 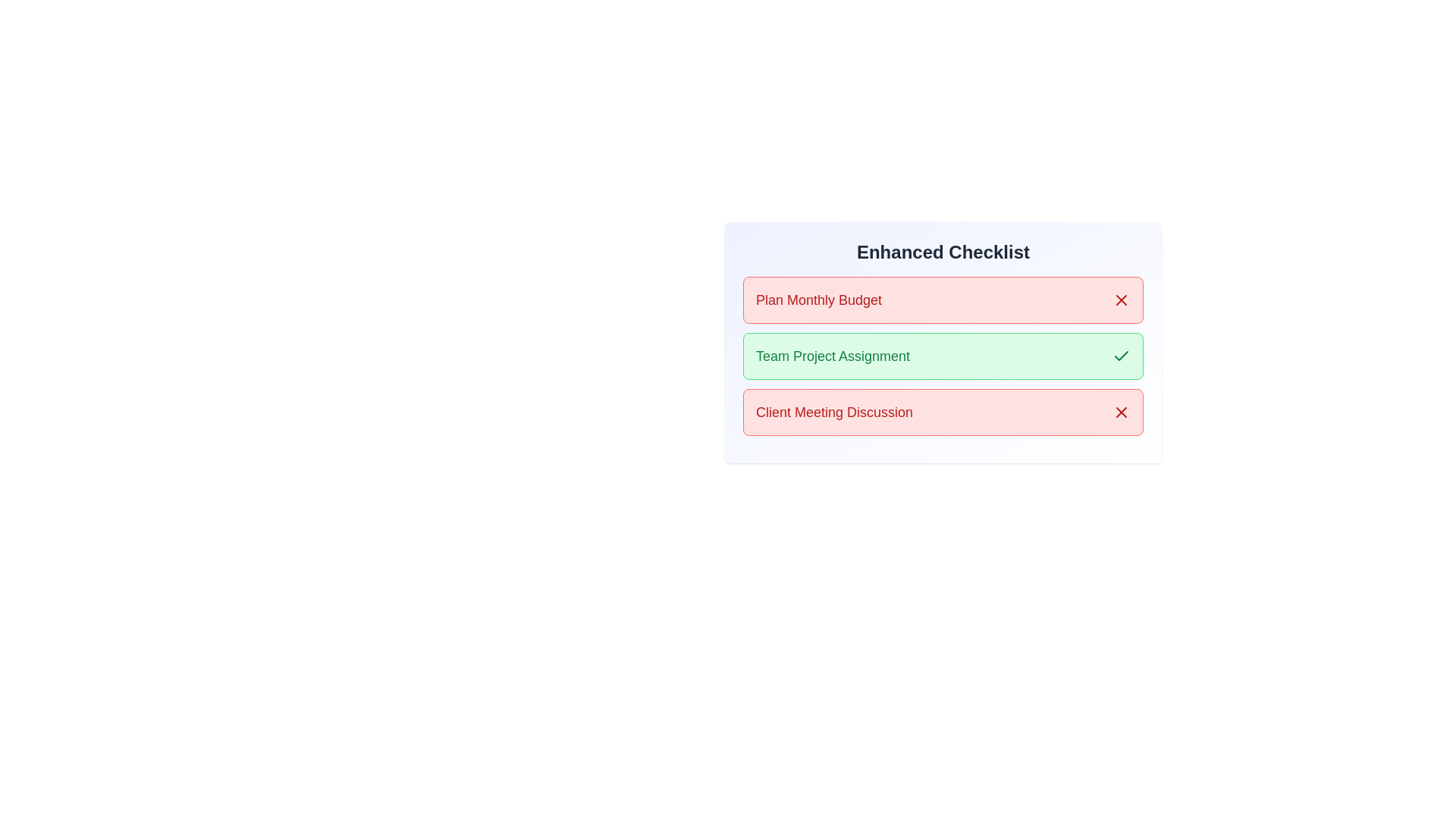 What do you see at coordinates (1121, 356) in the screenshot?
I see `the status of the checklist item 'Team Project Assignment' by interacting with the icon located at the right edge of the green-highlighted area` at bounding box center [1121, 356].